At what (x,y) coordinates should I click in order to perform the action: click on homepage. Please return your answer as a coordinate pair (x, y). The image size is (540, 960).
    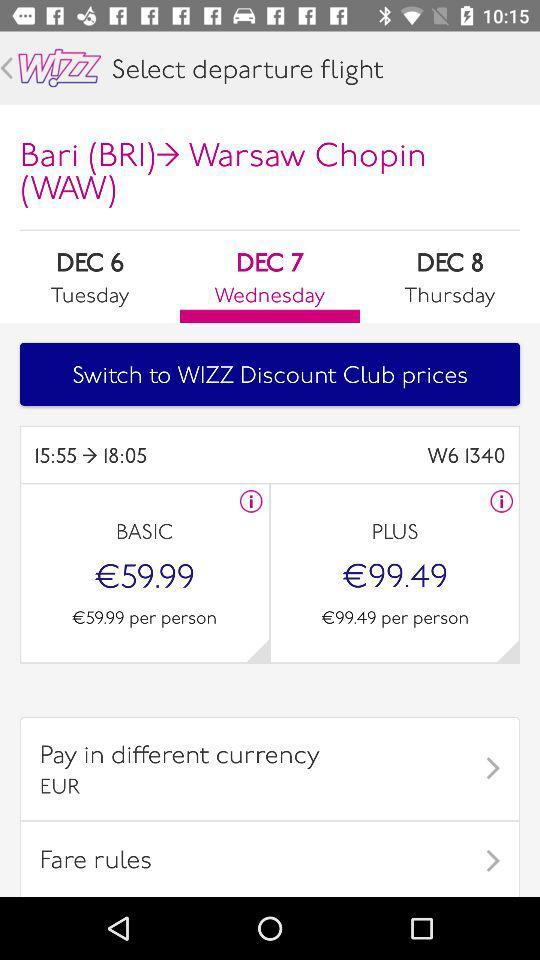
    Looking at the image, I should click on (59, 68).